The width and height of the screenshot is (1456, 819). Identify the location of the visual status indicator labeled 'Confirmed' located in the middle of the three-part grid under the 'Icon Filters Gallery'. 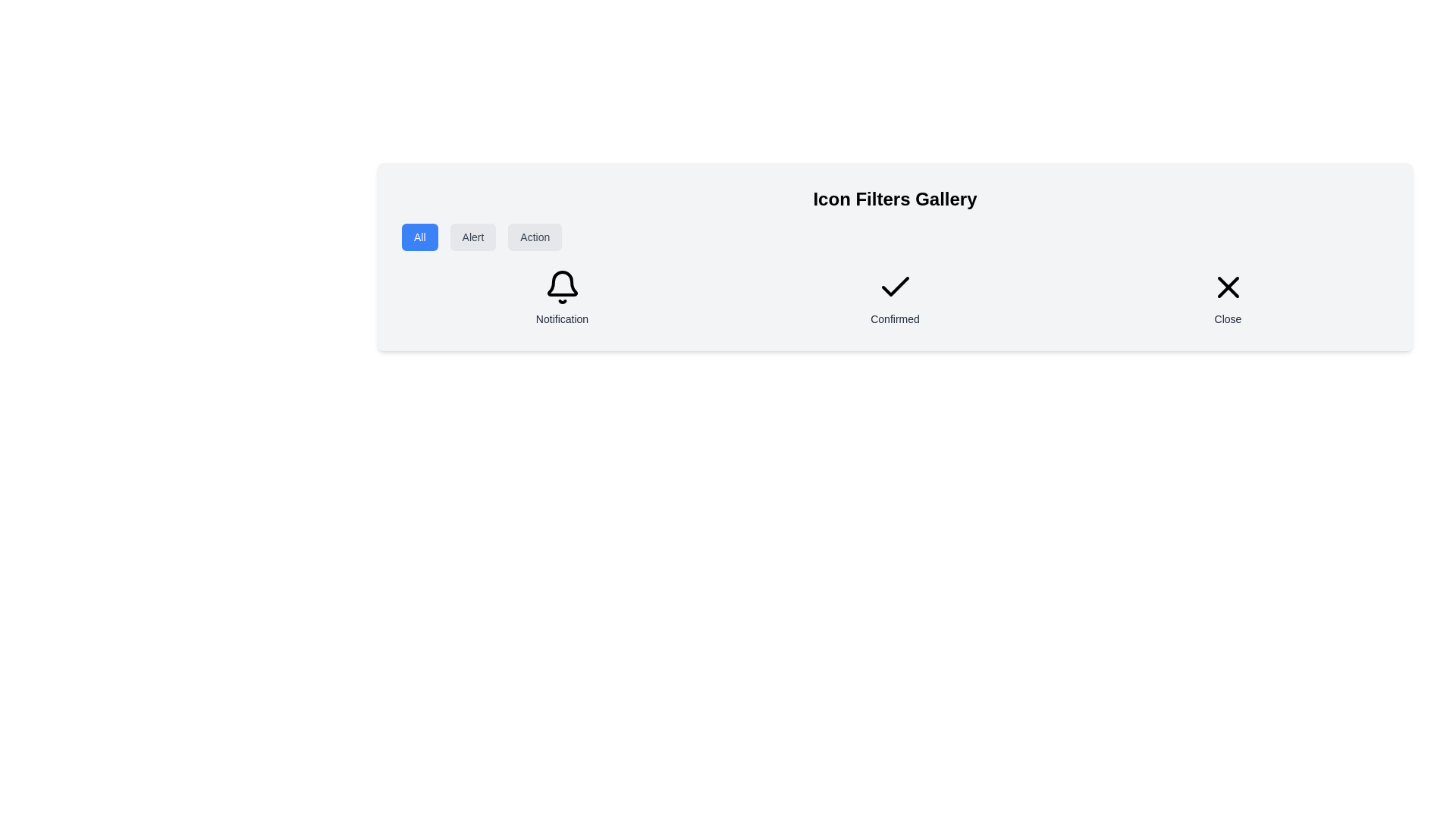
(895, 298).